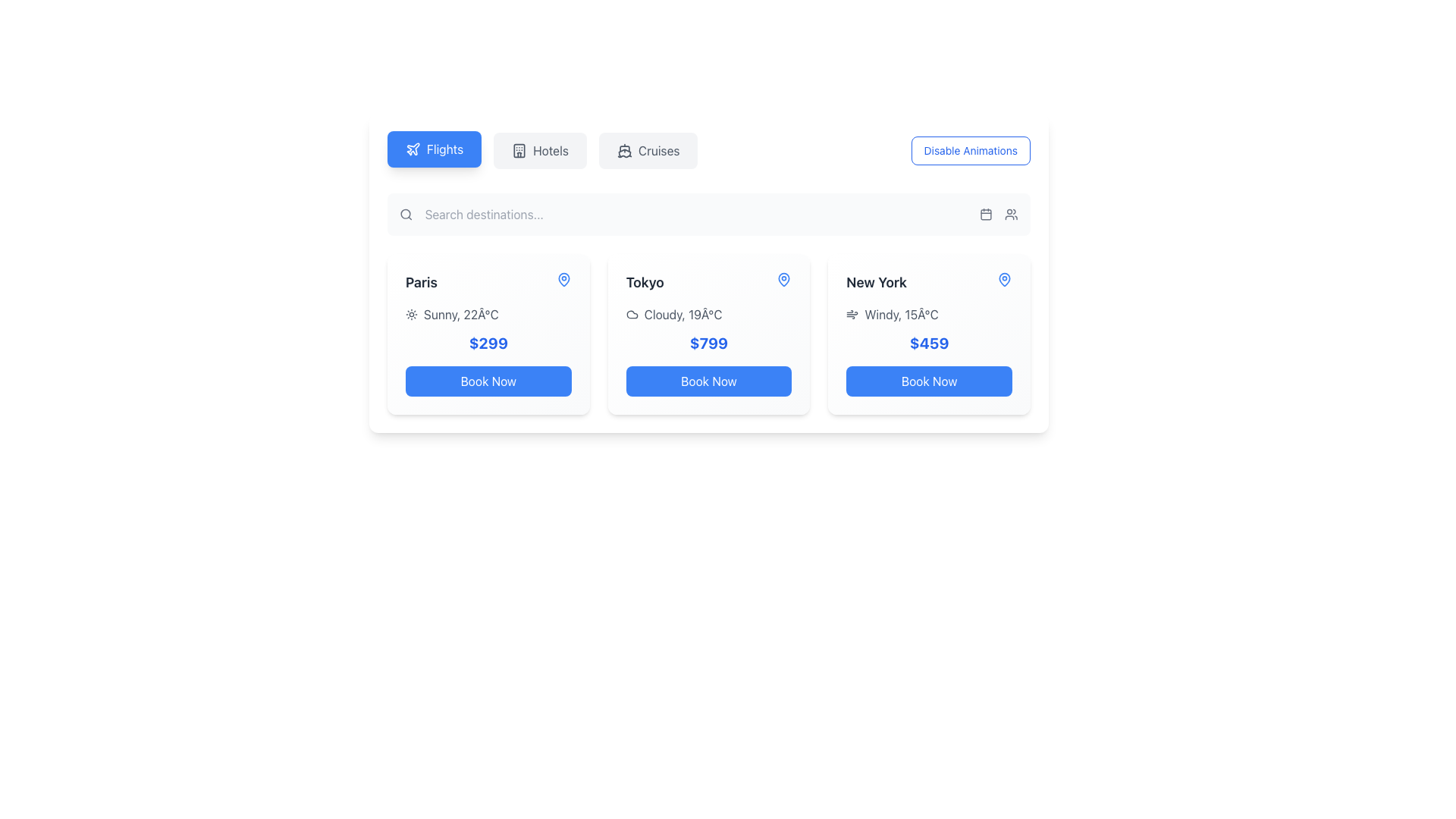  I want to click on the blue outlined map pin icon located next to the text 'Paris', so click(563, 280).